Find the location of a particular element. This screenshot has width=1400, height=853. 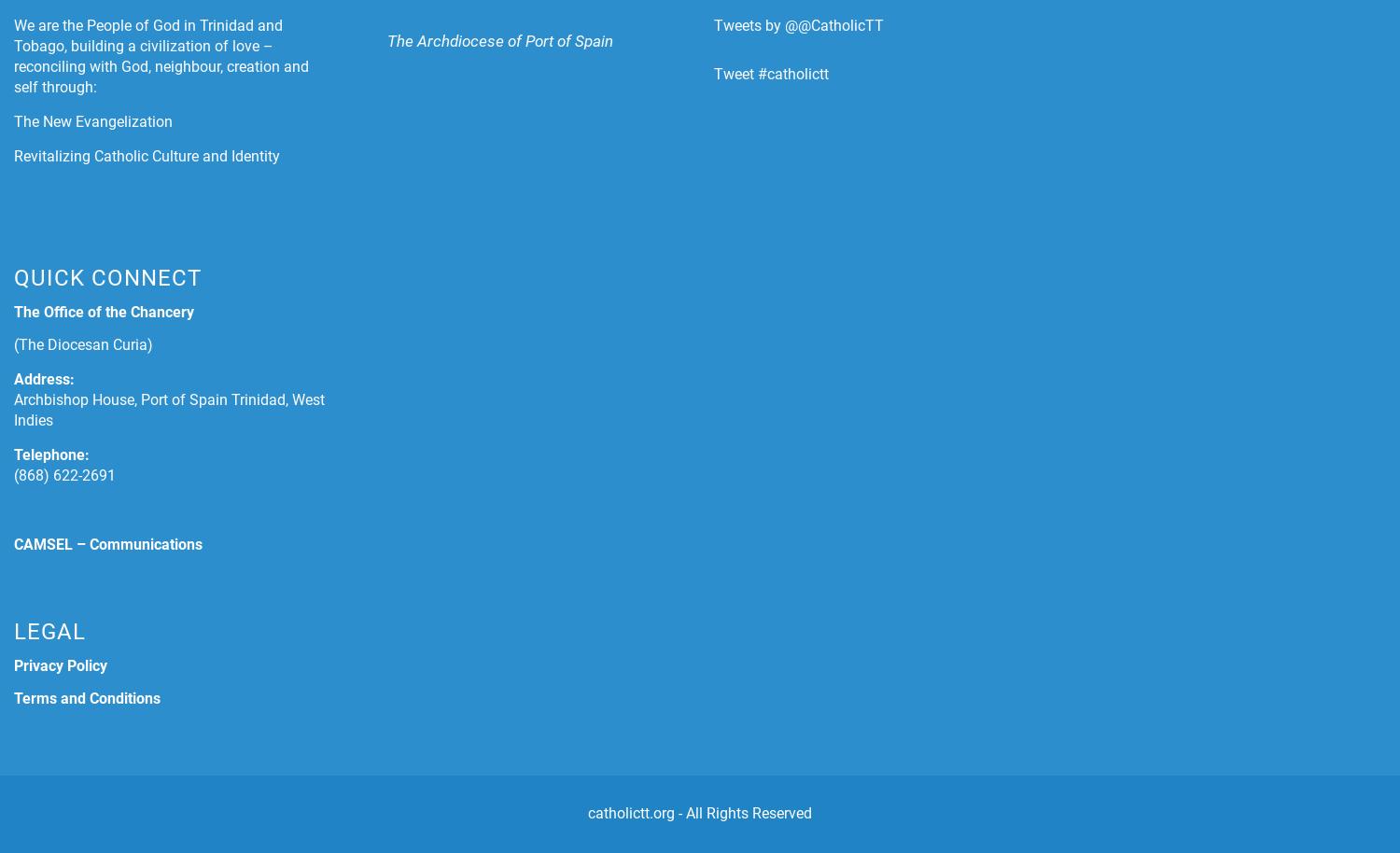

'Terms and Conditions' is located at coordinates (86, 698).